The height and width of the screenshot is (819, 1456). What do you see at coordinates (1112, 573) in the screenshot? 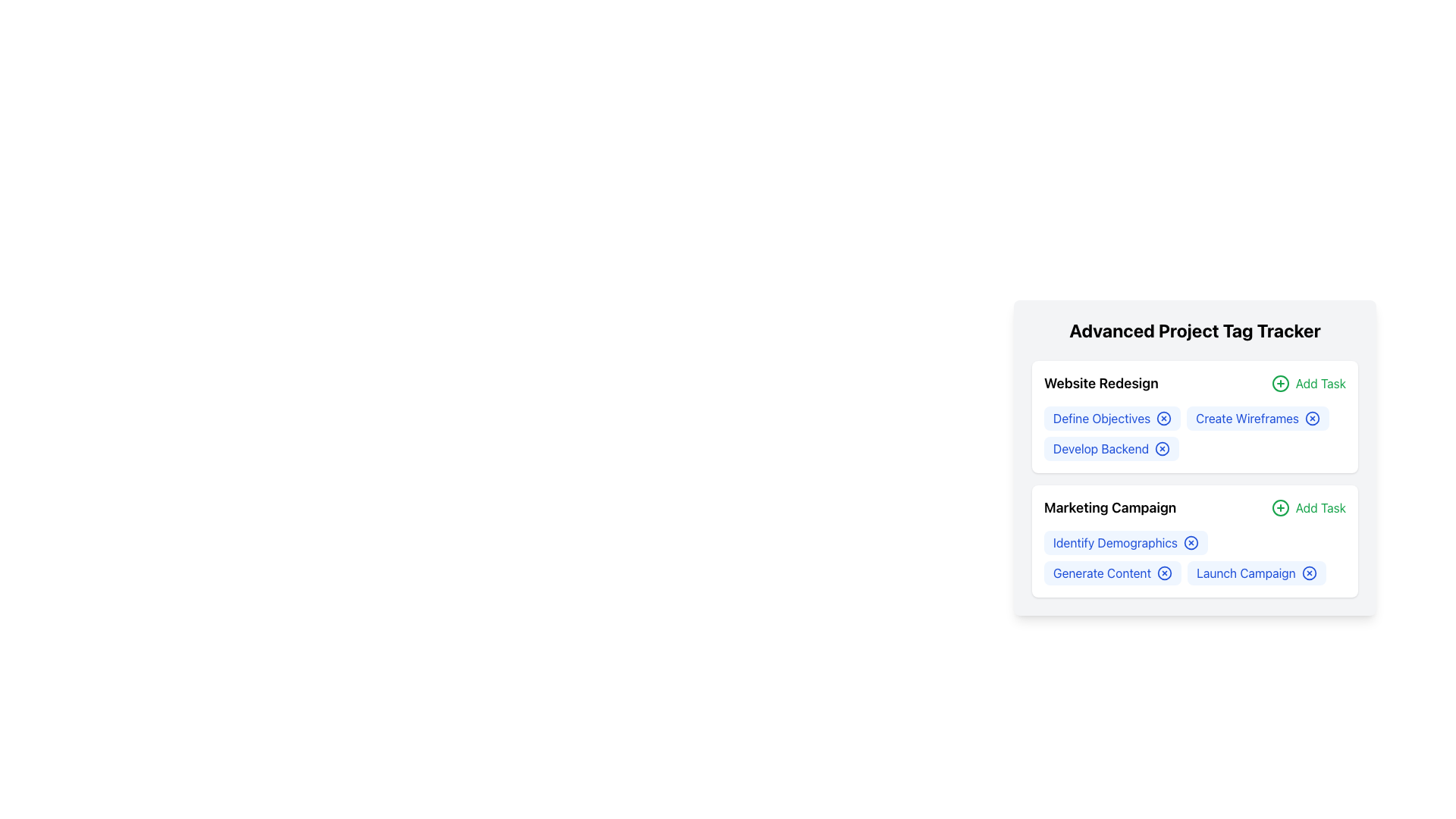
I see `the 'X' delete icon on the 'Generate Content' button` at bounding box center [1112, 573].